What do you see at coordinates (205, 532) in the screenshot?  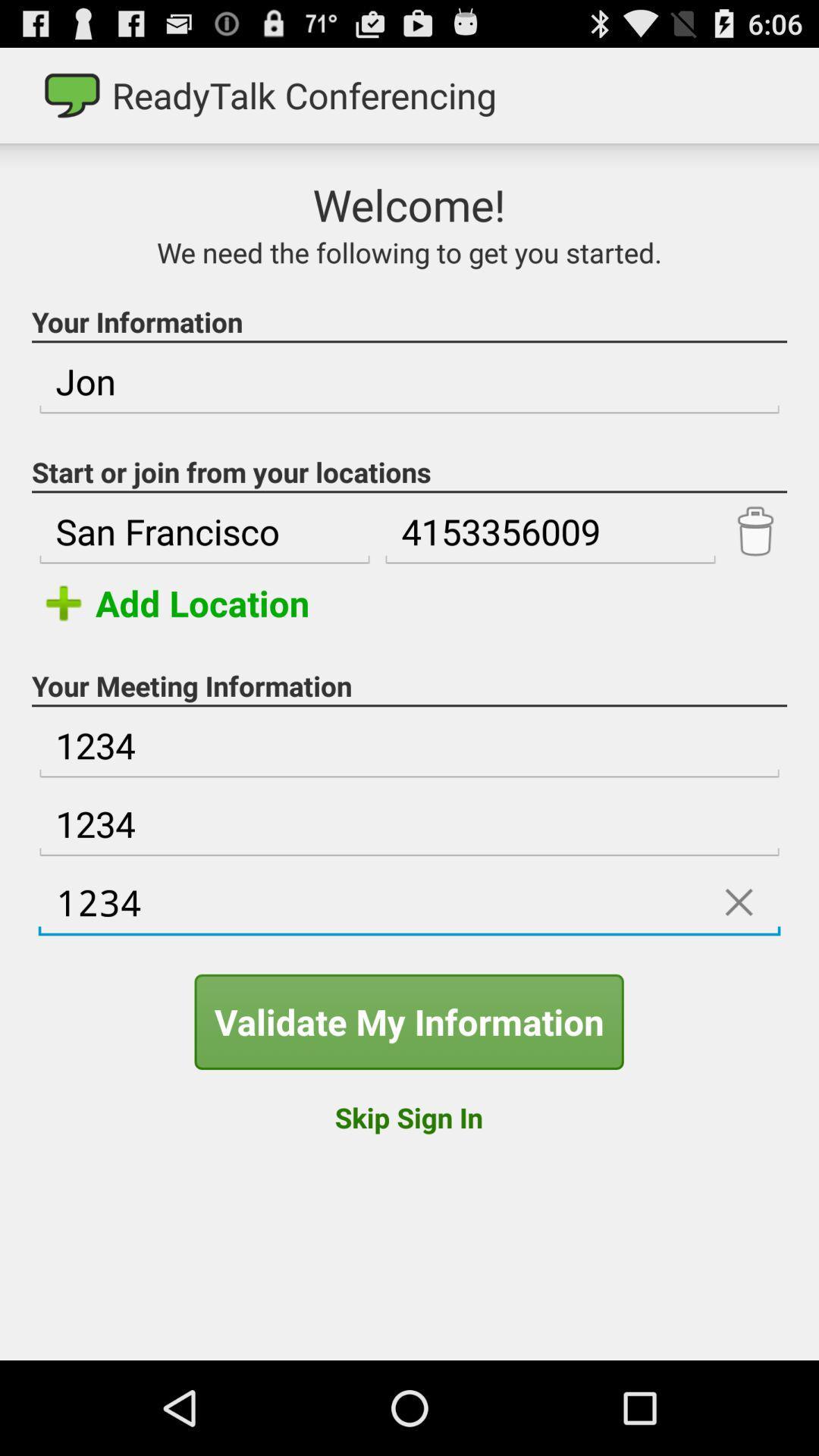 I see `icon to the left of the 4153356009` at bounding box center [205, 532].